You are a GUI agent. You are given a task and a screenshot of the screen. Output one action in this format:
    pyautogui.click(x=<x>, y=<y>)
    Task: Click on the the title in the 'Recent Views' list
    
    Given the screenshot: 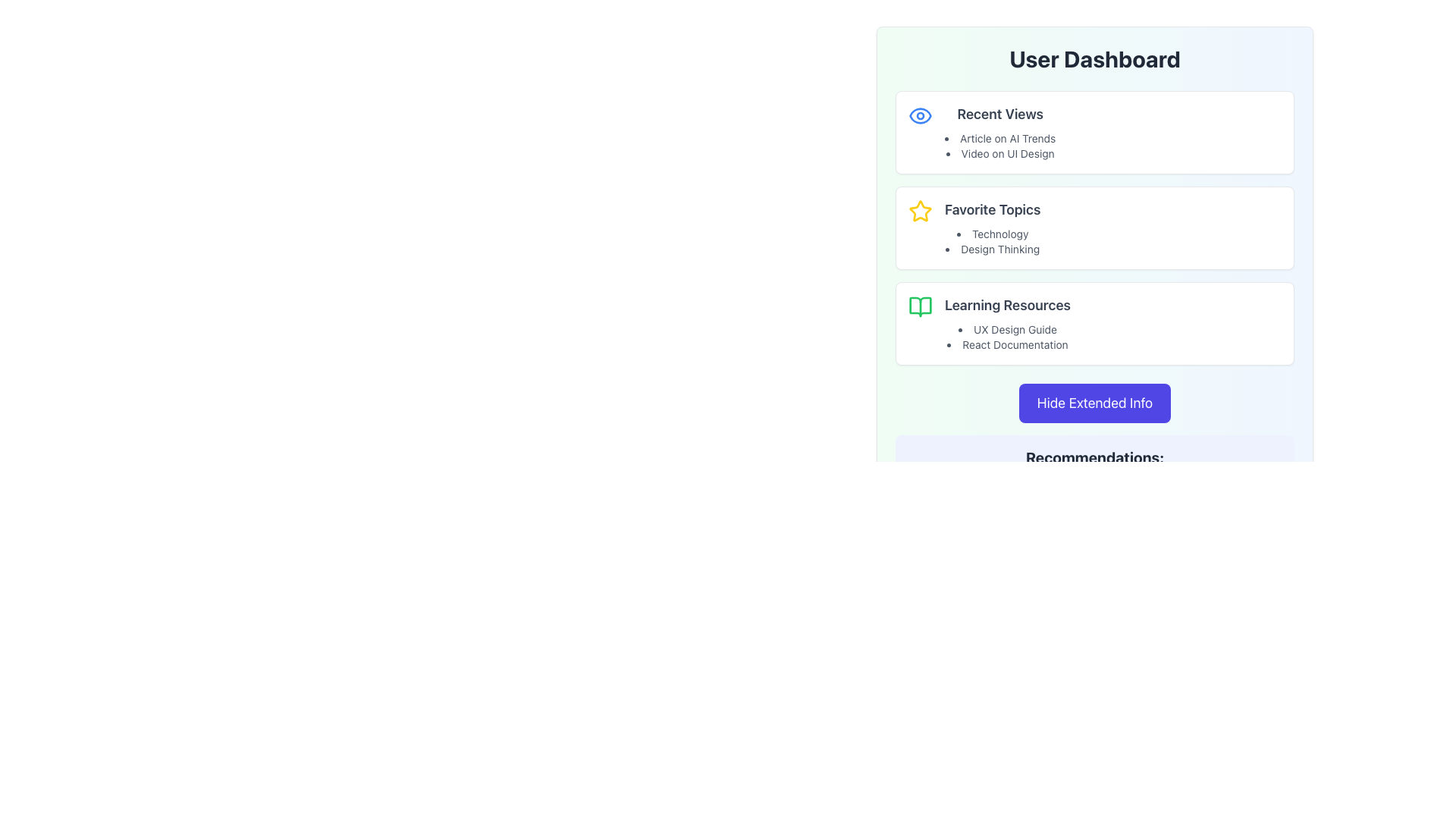 What is the action you would take?
    pyautogui.click(x=1000, y=146)
    